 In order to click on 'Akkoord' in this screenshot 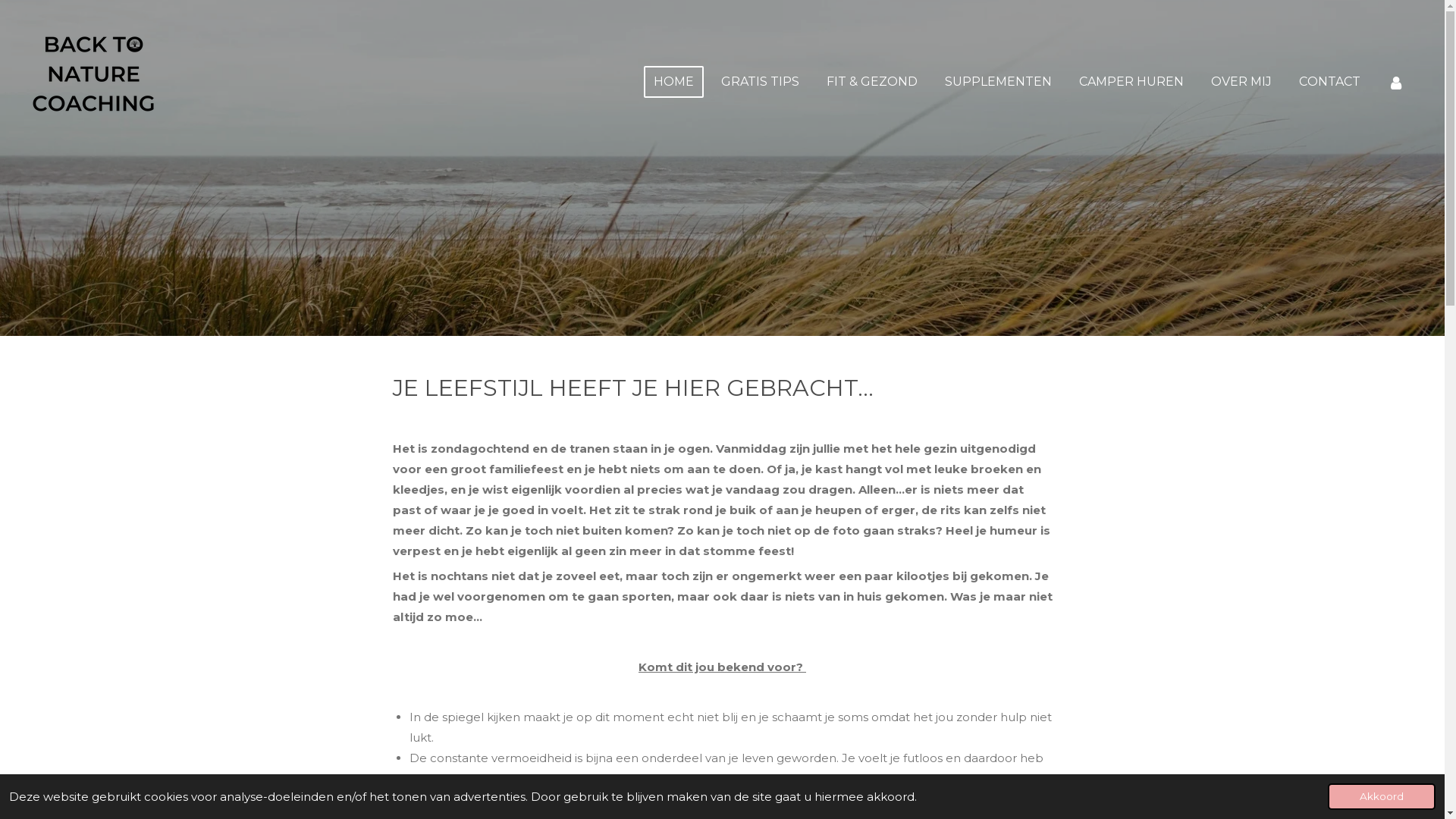, I will do `click(1382, 795)`.